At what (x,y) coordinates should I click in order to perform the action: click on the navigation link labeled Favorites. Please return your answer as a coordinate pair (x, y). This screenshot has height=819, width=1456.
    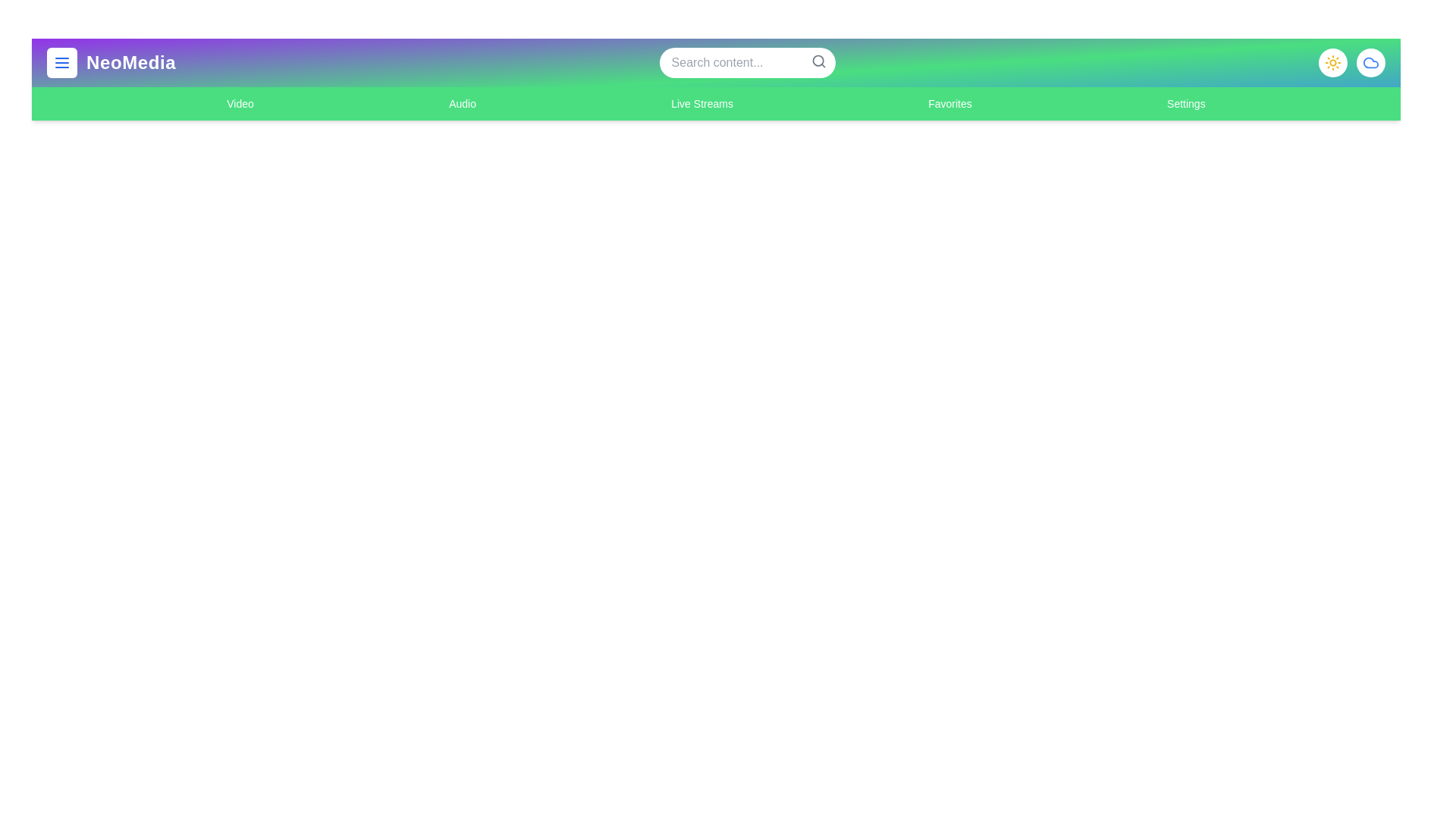
    Looking at the image, I should click on (949, 103).